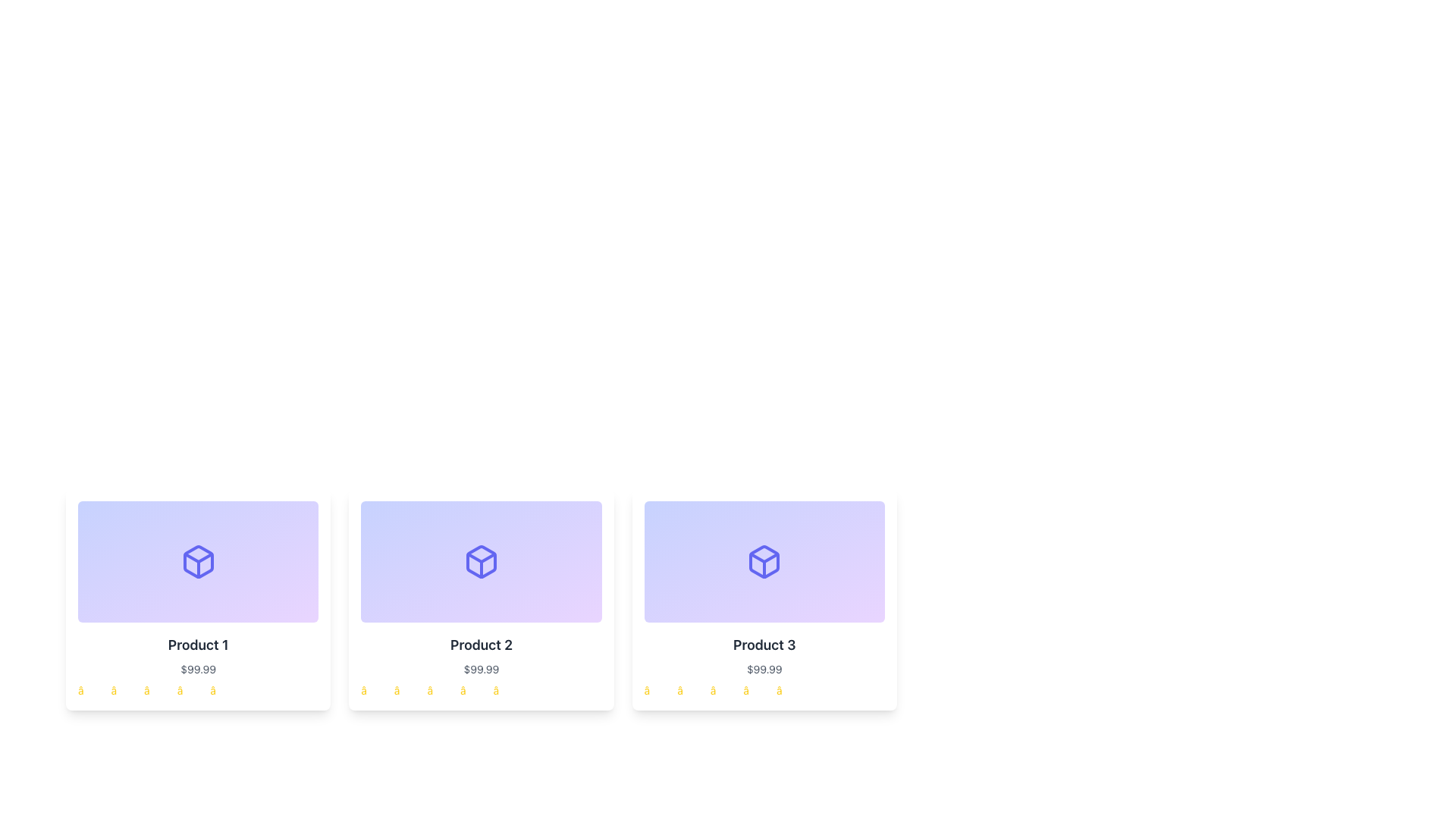 The width and height of the screenshot is (1456, 819). I want to click on the appearance of the fourth star icon in the rating system of 'Product 1', located beneath the price and product title, so click(190, 690).